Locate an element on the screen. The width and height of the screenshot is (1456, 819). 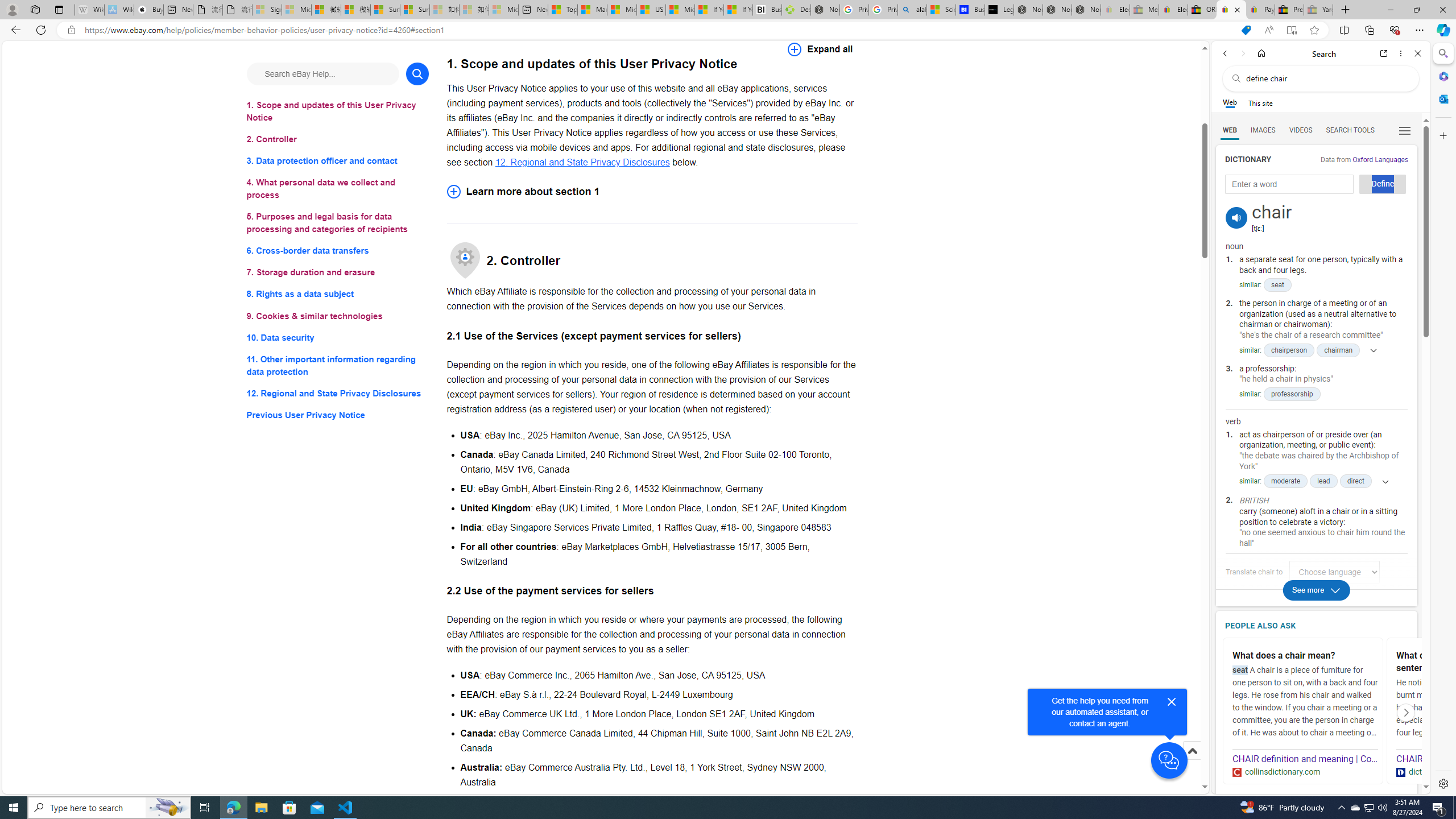
'moderate' is located at coordinates (1285, 481).